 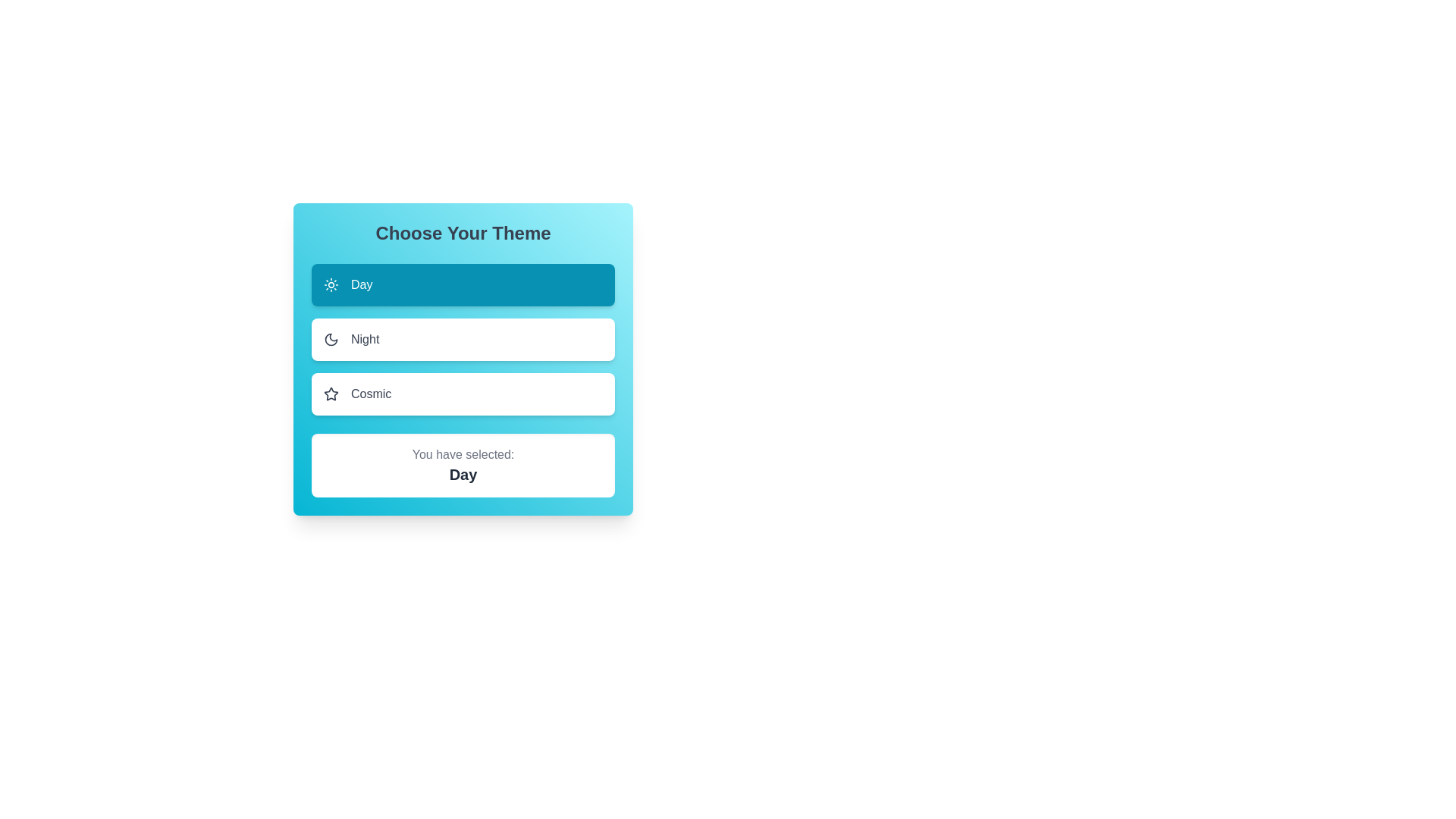 I want to click on the 'Day' theme button, which is the first selectable option in the 'Choose Your Theme' section, so click(x=462, y=284).